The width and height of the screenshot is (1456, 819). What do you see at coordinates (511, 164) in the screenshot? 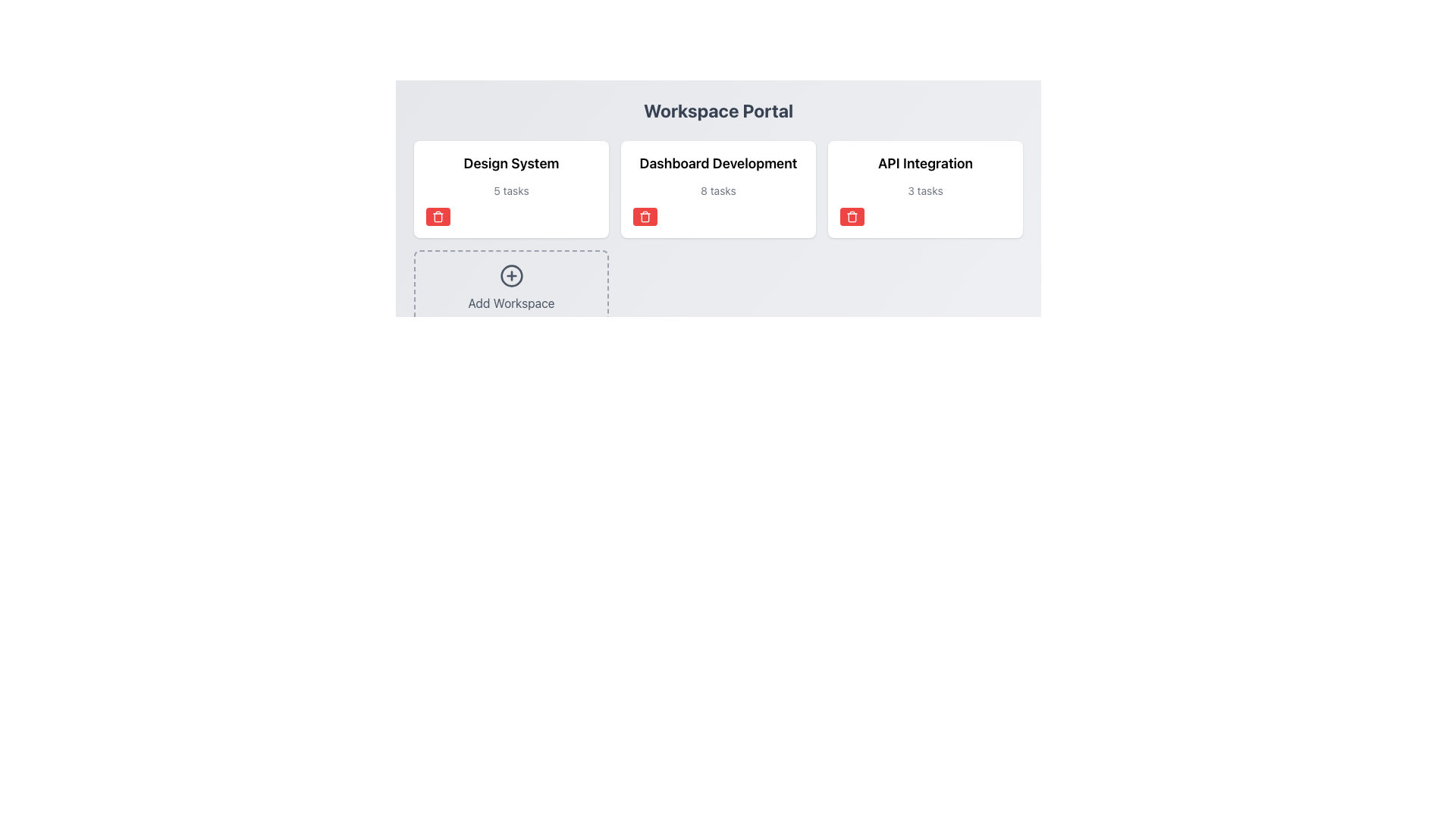
I see `text label displaying 'Design System', which is a medium-sized bold text located at the top of the first card in a row of similar cards` at bounding box center [511, 164].